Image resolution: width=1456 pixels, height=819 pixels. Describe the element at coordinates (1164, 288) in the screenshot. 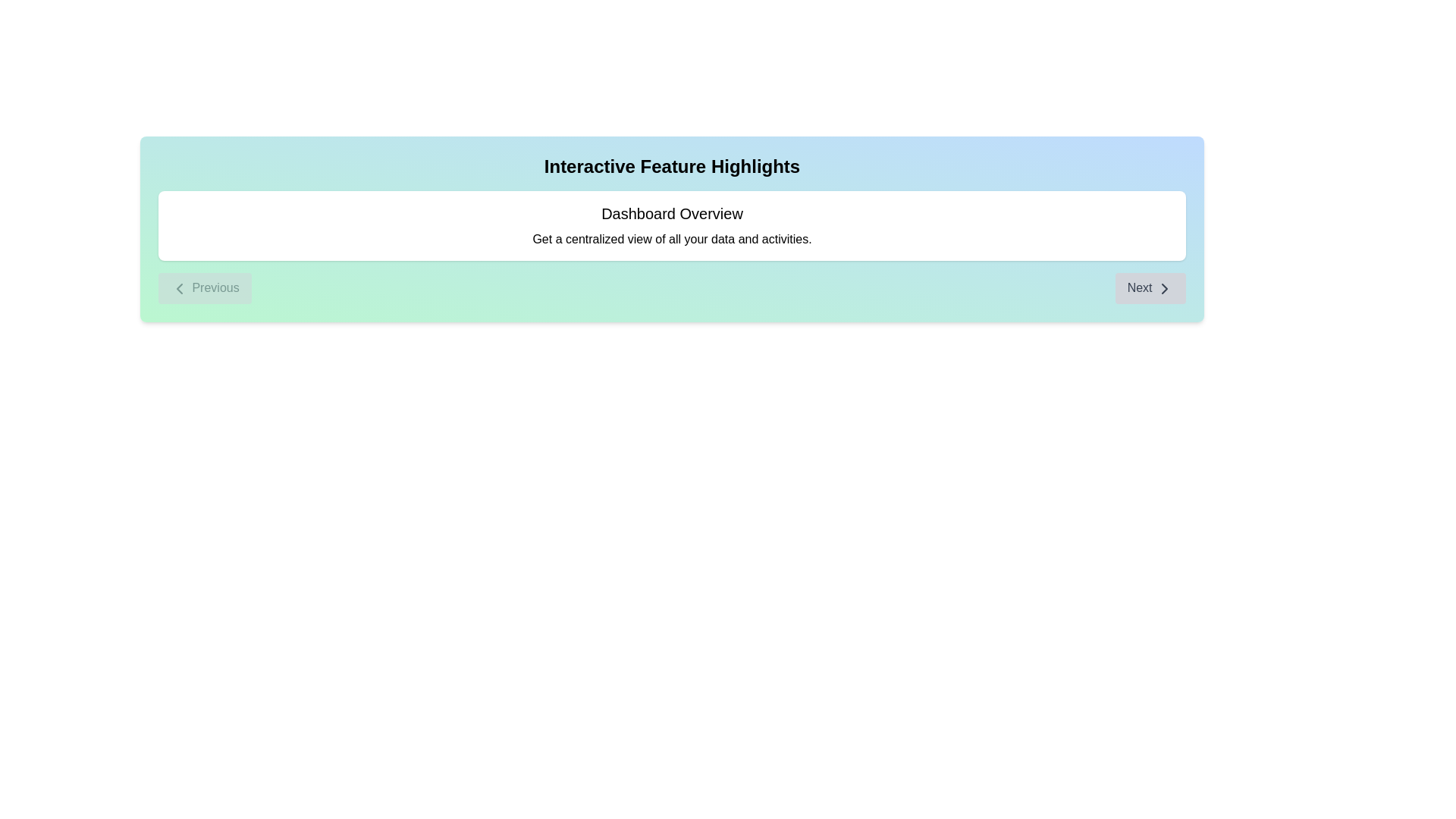

I see `the icon located within the 'Next' button at the bottom-right corner of the interface, which visually reinforces the function of progressing to the next step or page` at that location.